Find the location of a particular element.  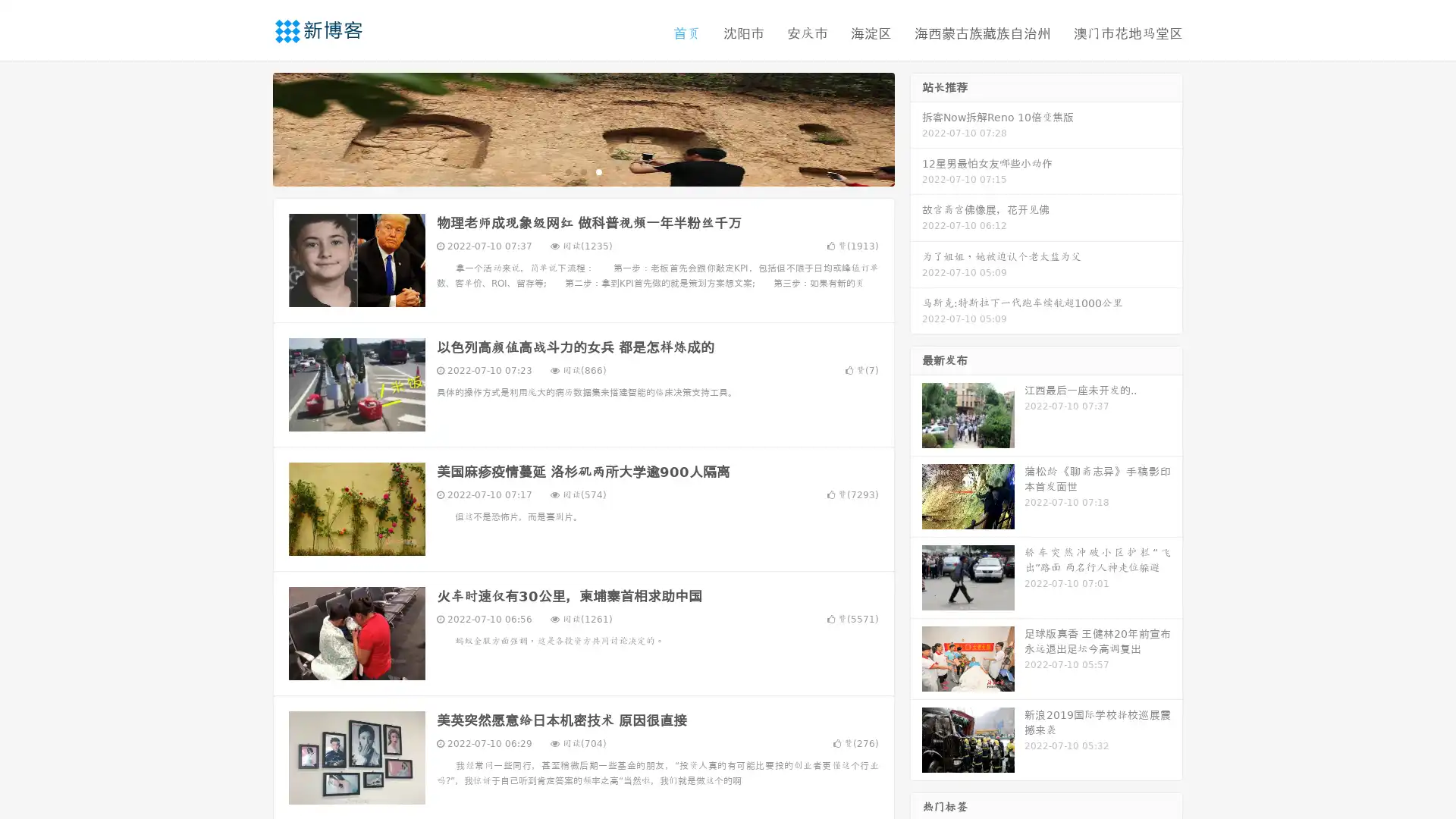

Go to slide 1 is located at coordinates (567, 171).